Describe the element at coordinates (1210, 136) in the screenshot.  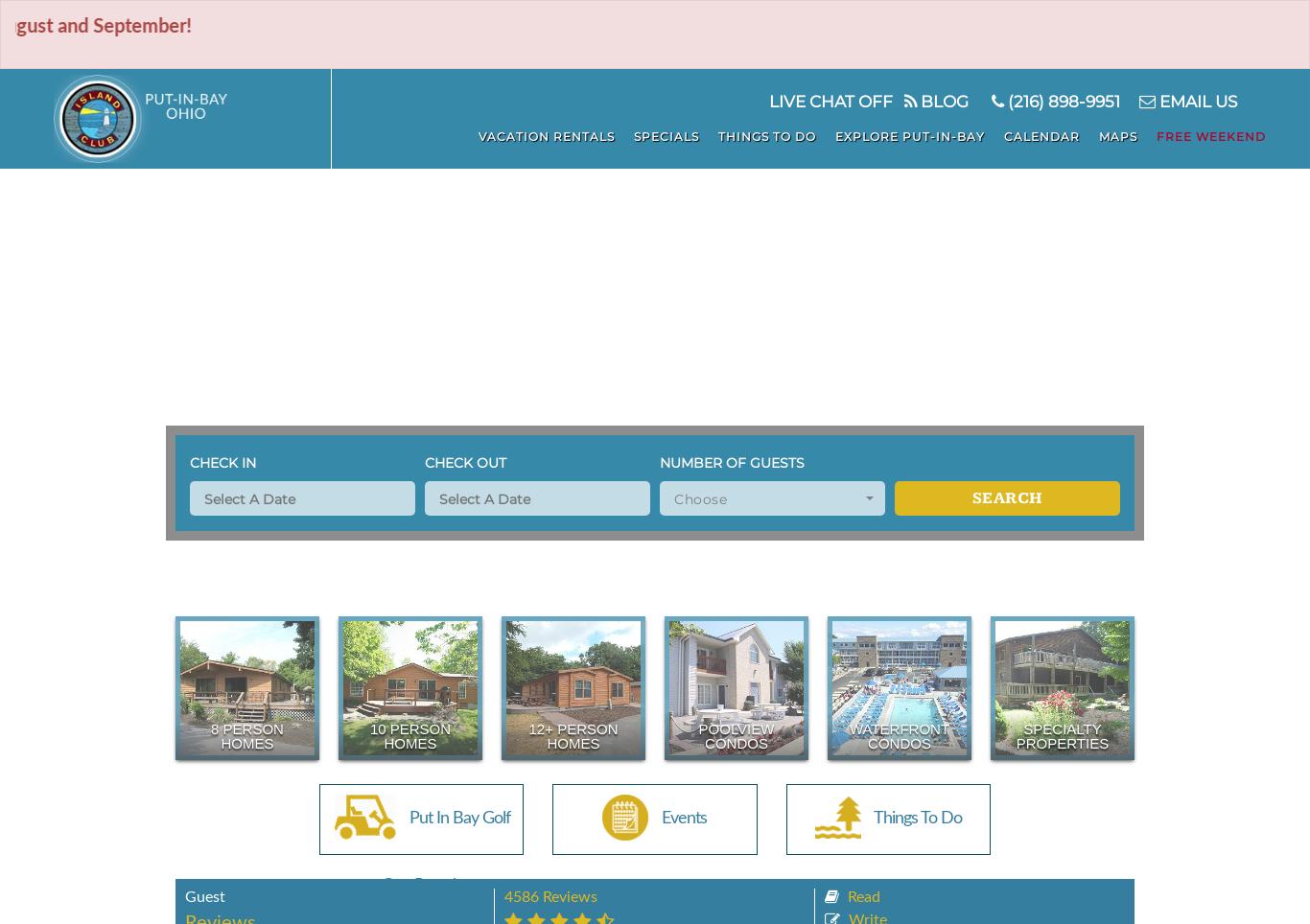
I see `'Free Weekend'` at that location.